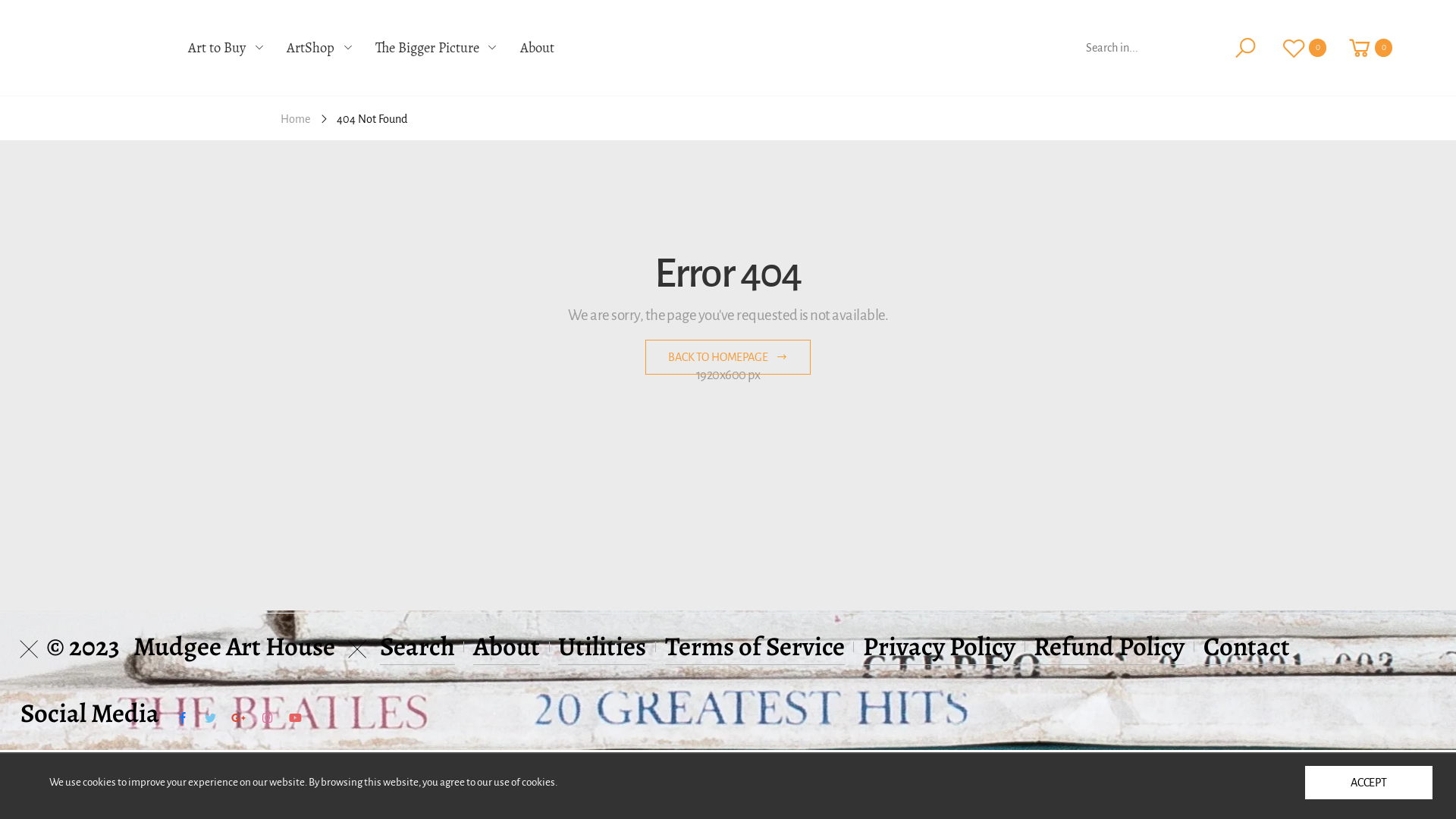  Describe the element at coordinates (295, 717) in the screenshot. I see `'Mudgee Art House on Youtube'` at that location.